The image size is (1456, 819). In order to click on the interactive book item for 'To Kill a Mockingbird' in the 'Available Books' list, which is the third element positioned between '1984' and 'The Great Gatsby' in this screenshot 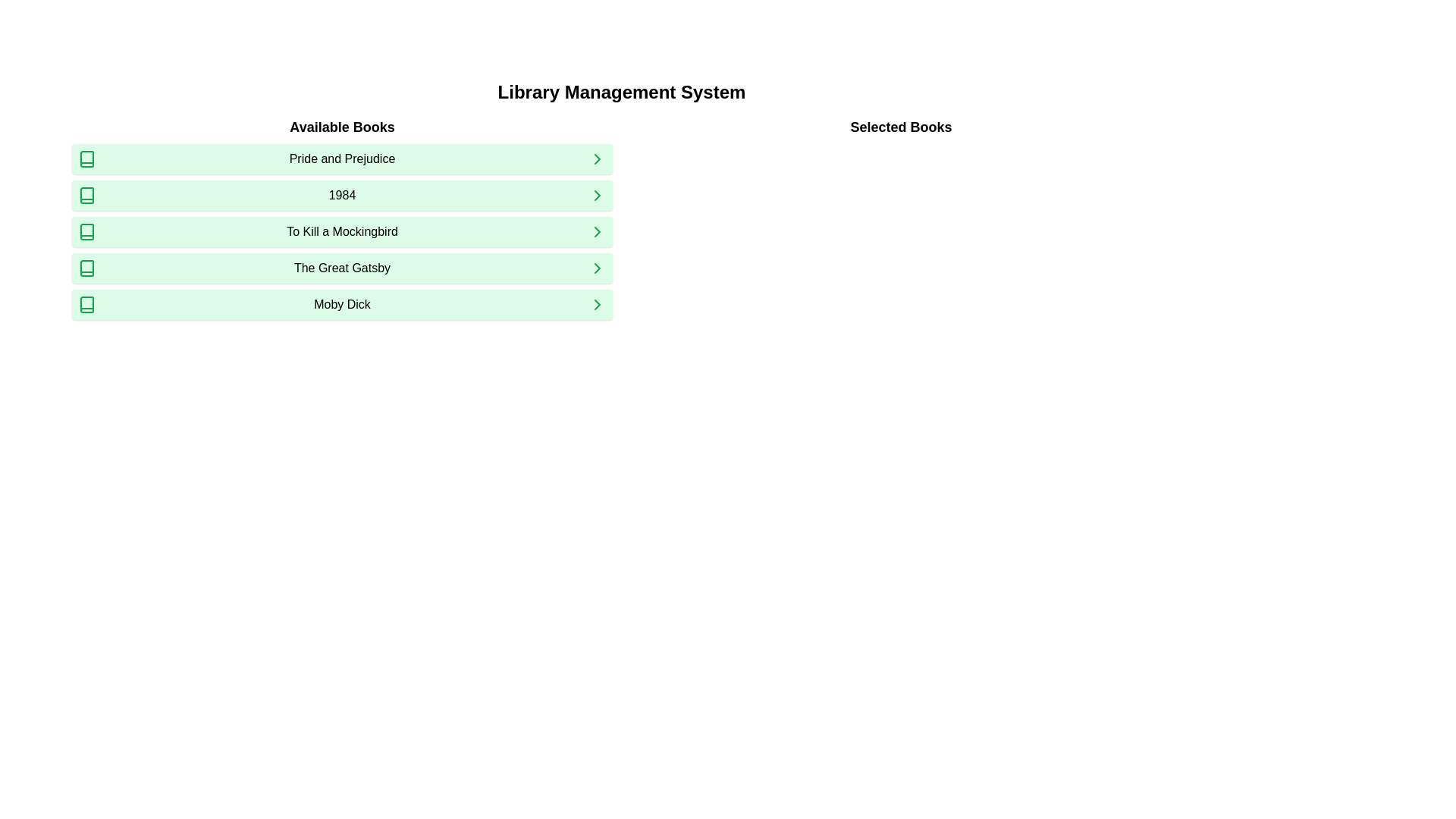, I will do `click(341, 231)`.